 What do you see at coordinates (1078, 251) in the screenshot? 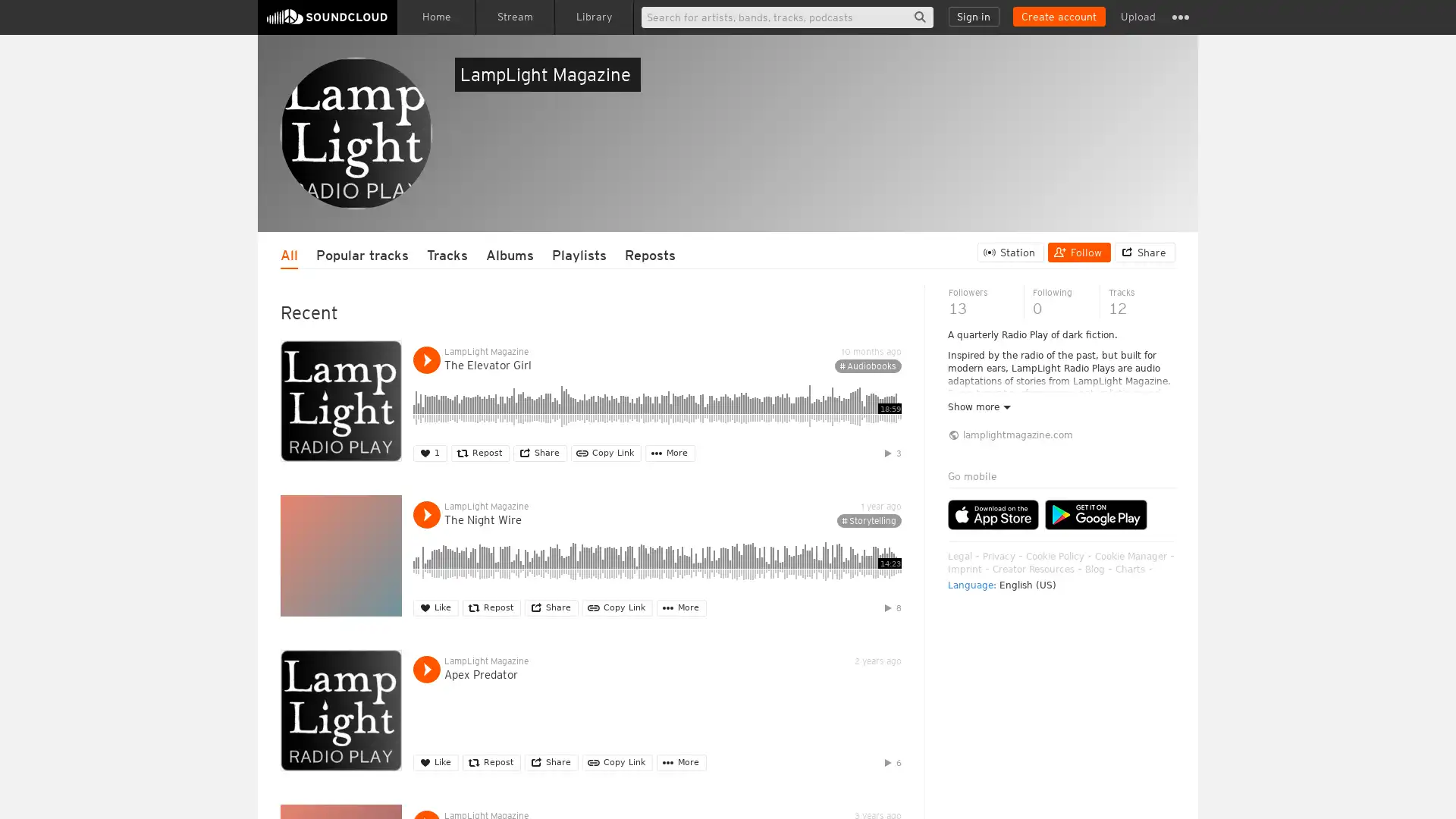
I see `Follow` at bounding box center [1078, 251].